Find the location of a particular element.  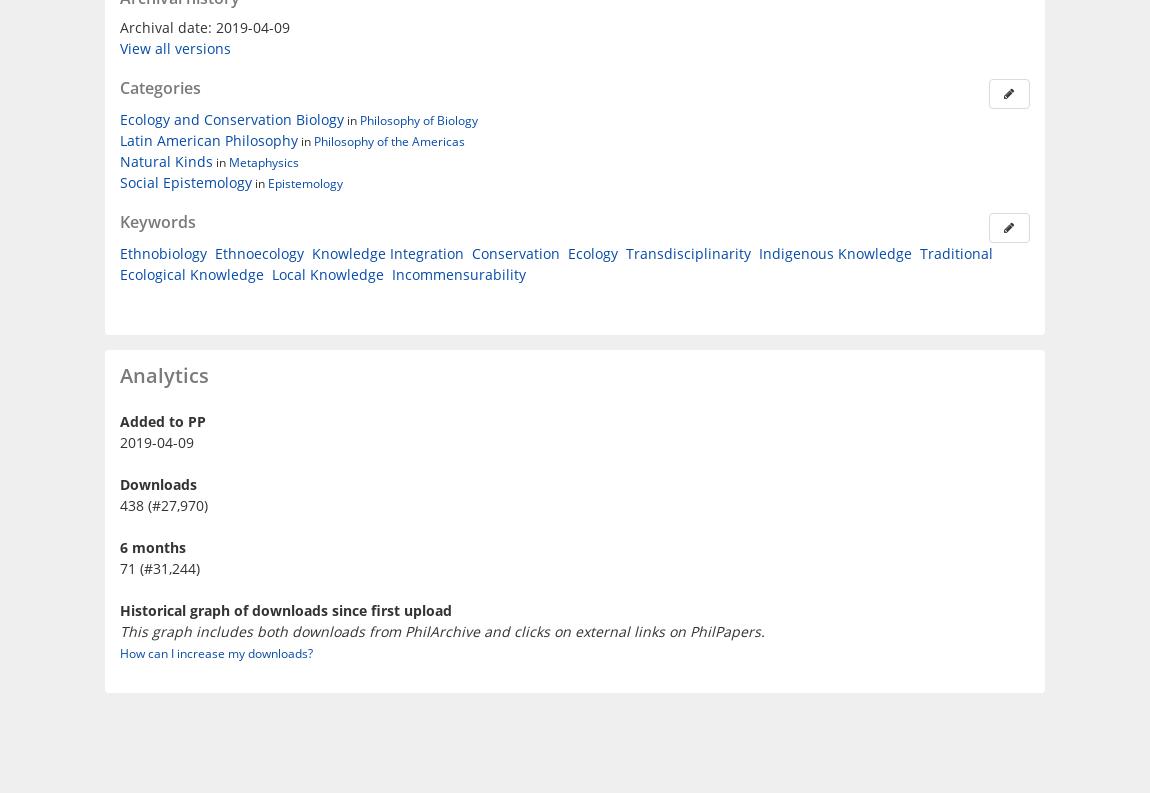

'View all versions' is located at coordinates (174, 47).